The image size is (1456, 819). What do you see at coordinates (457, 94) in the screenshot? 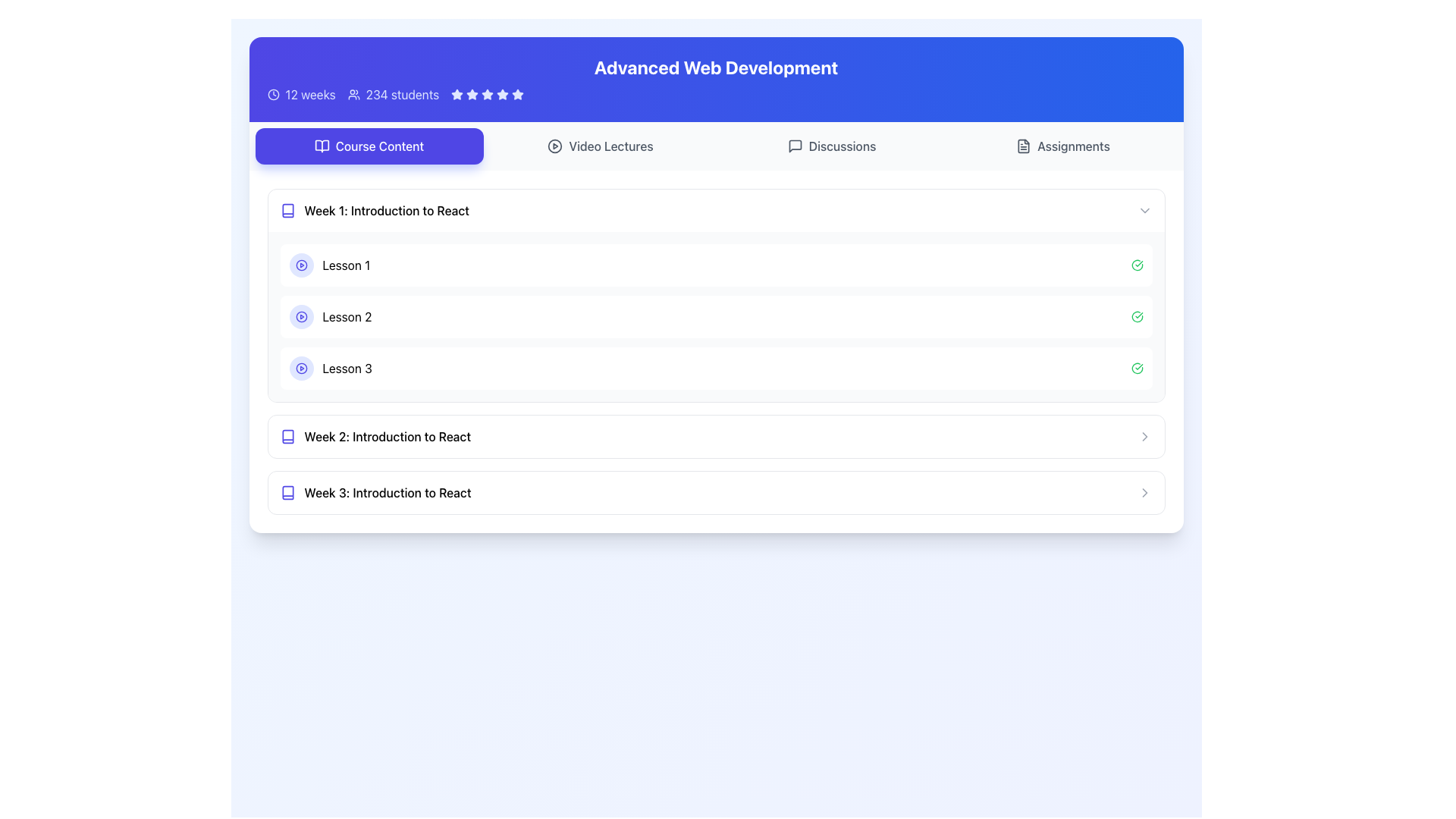
I see `the first star icon in the 5-star rating component` at bounding box center [457, 94].